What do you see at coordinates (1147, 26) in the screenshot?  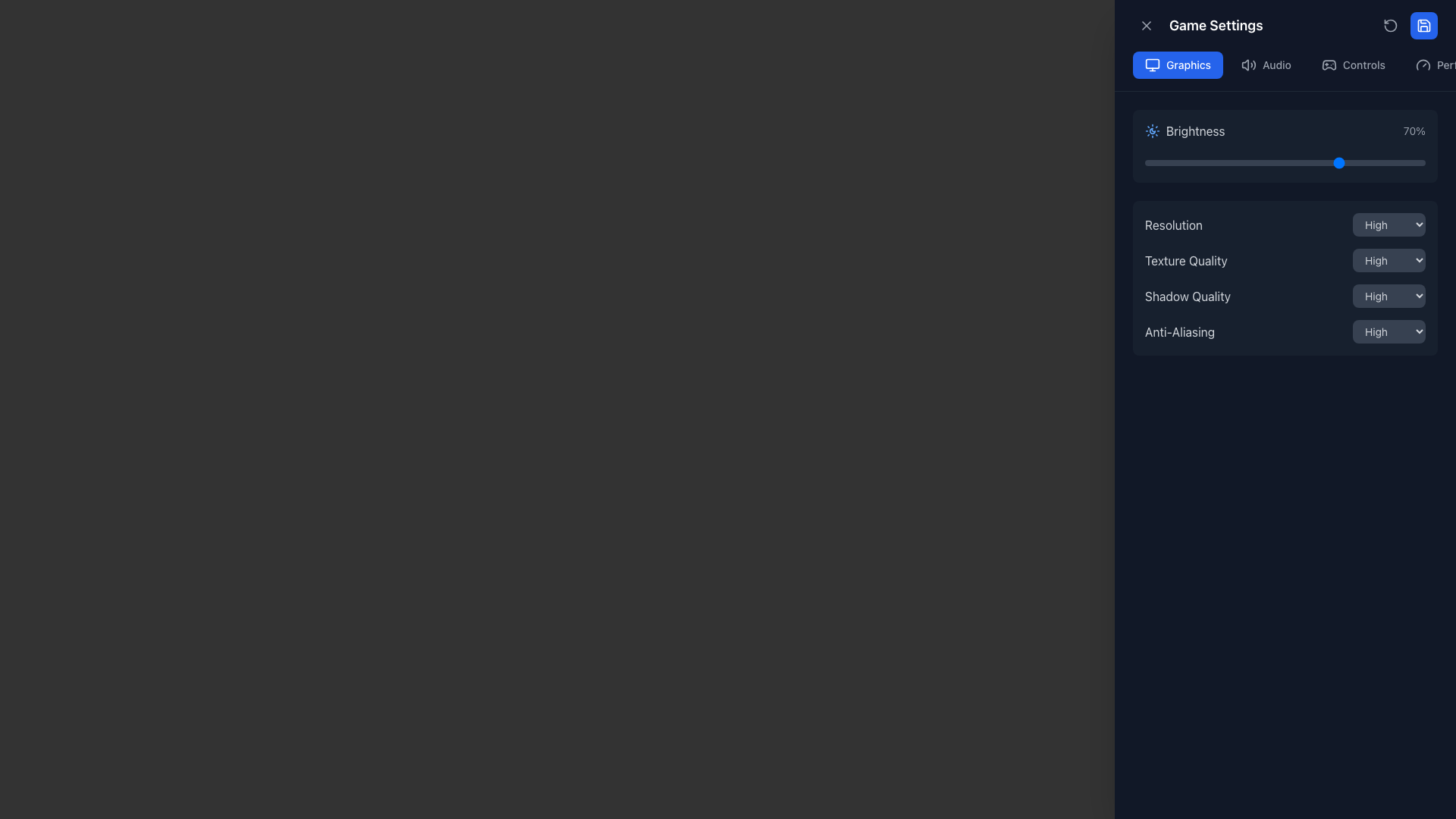 I see `the 'X' icon button located in the top-left section of the settings panel` at bounding box center [1147, 26].